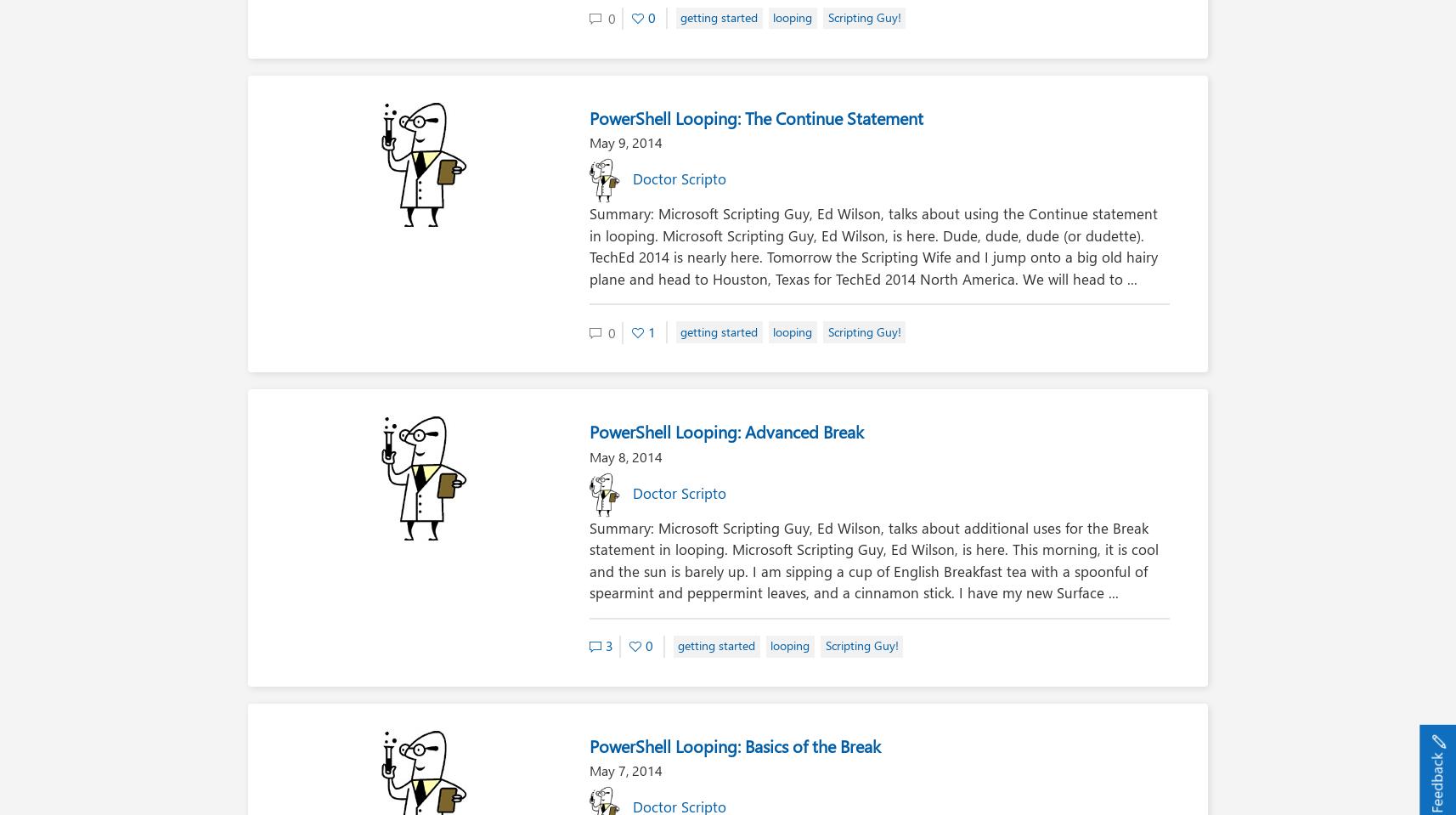 The image size is (1456, 815). Describe the element at coordinates (556, 289) in the screenshot. I see `'Comments are closed.'` at that location.